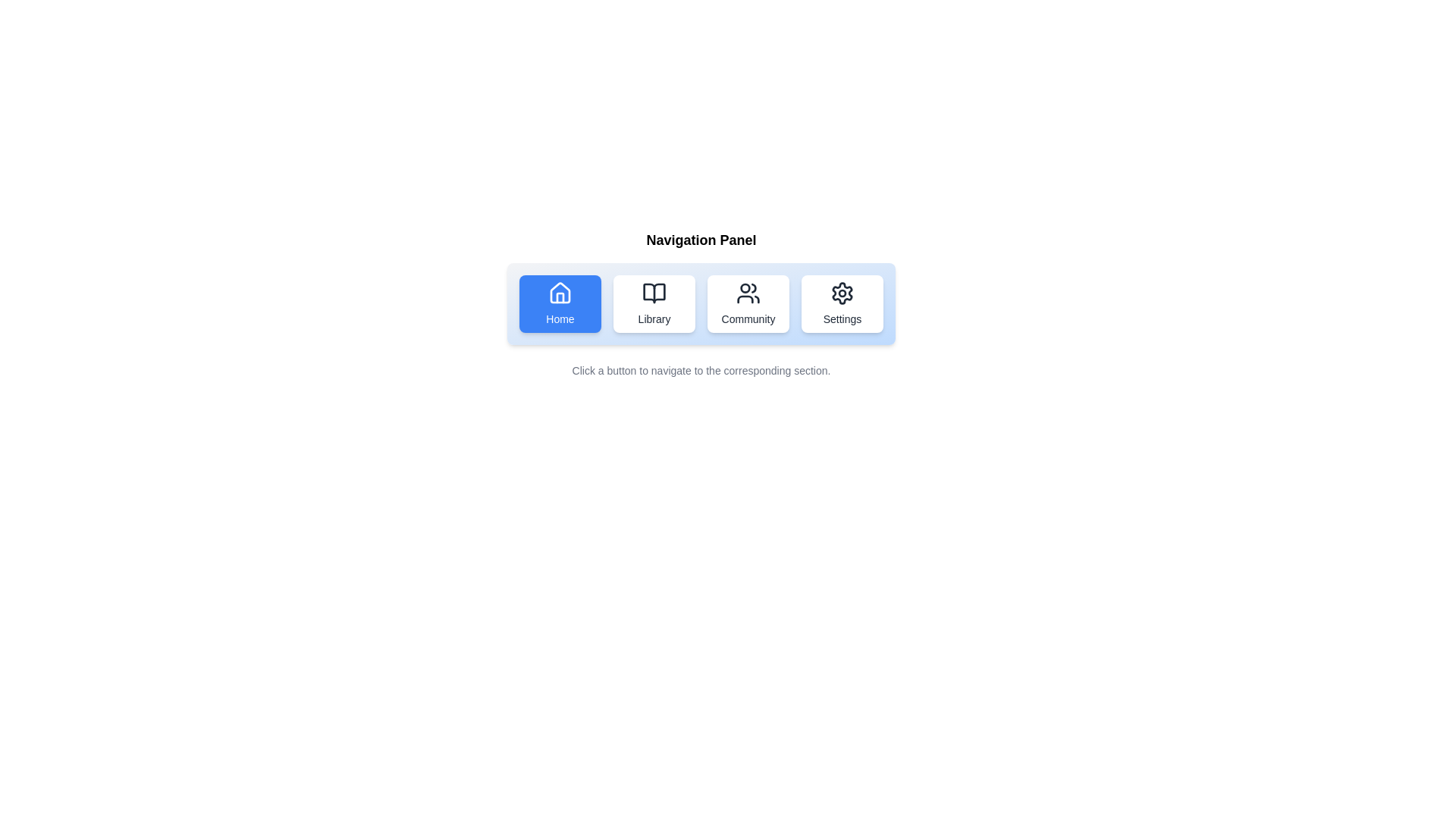 Image resolution: width=1456 pixels, height=819 pixels. Describe the element at coordinates (654, 293) in the screenshot. I see `the 'Library' button icon, which is the second button from the left in the navigation row, visually representing the library function` at that location.